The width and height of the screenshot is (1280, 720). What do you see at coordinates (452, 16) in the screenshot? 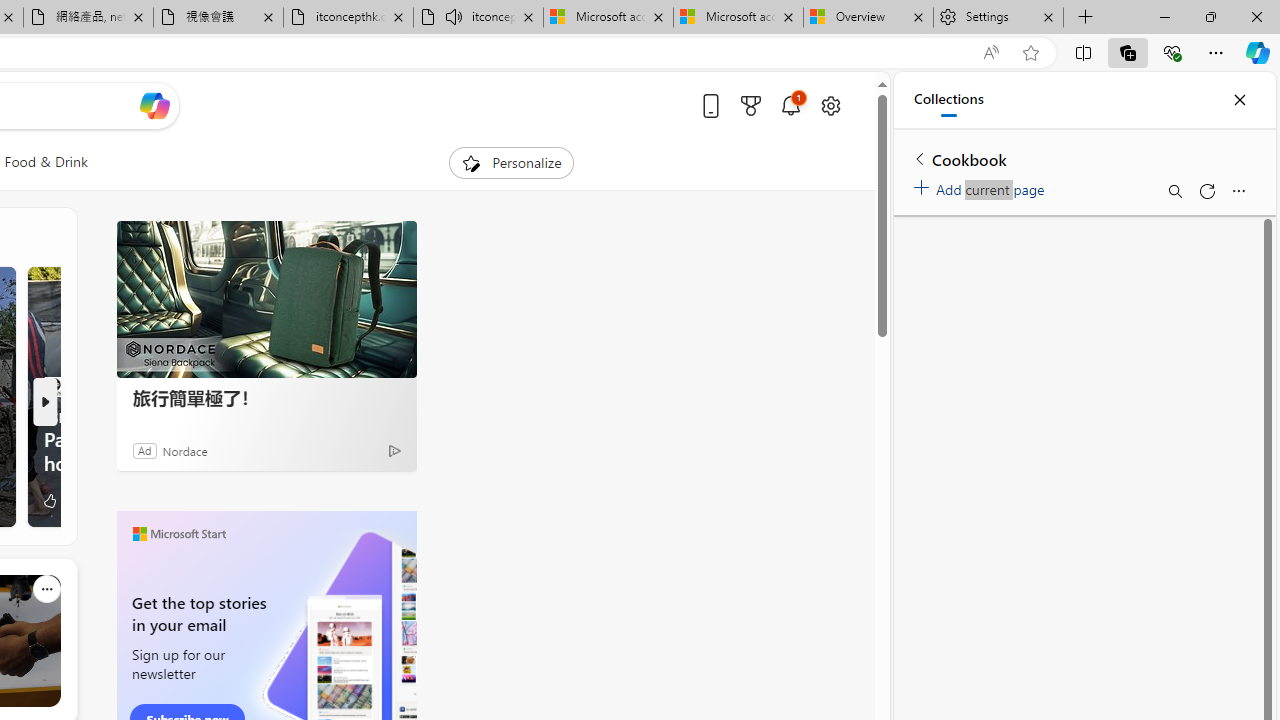
I see `'Mute tab'` at bounding box center [452, 16].